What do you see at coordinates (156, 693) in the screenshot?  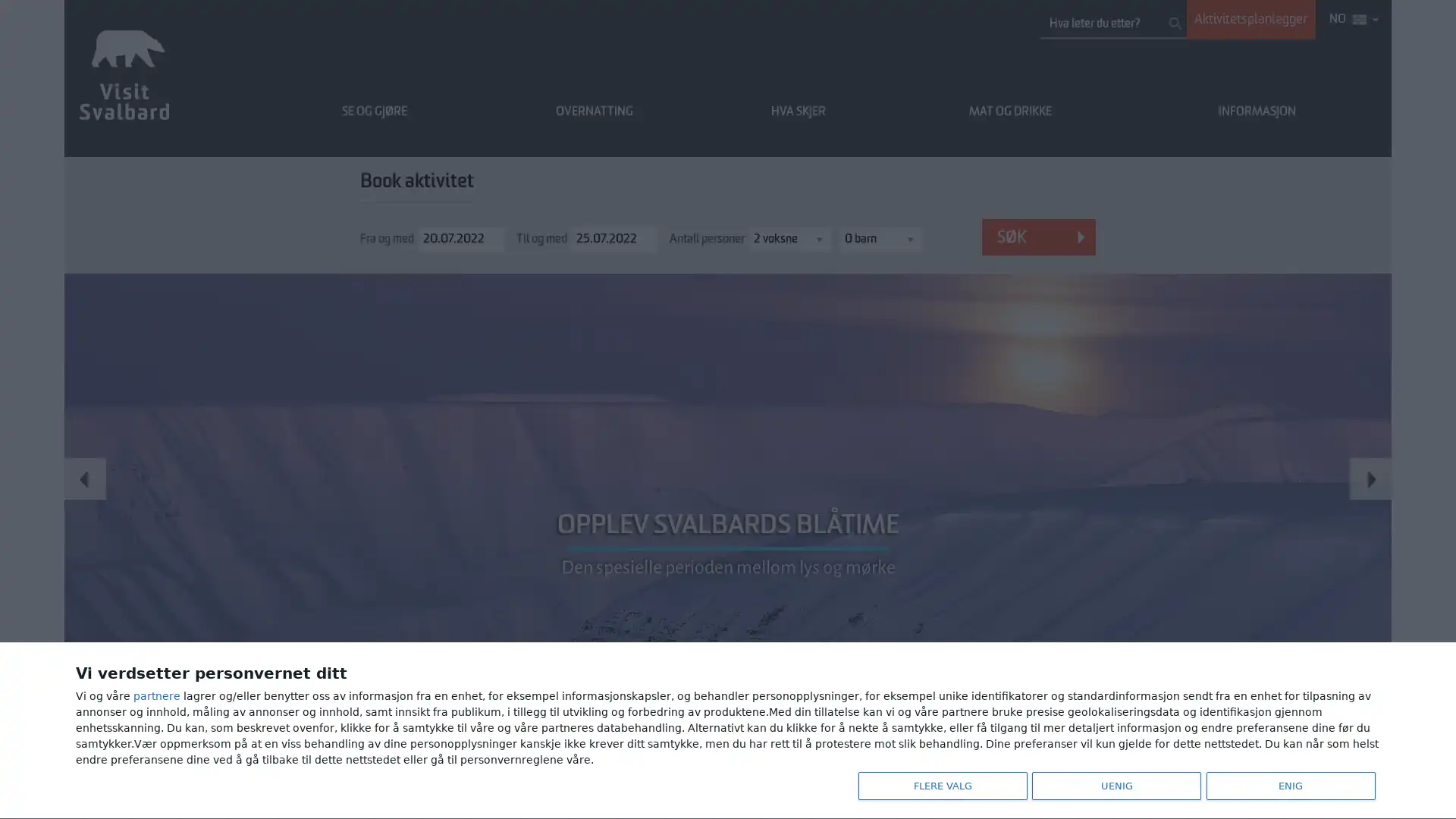 I see `partnere` at bounding box center [156, 693].